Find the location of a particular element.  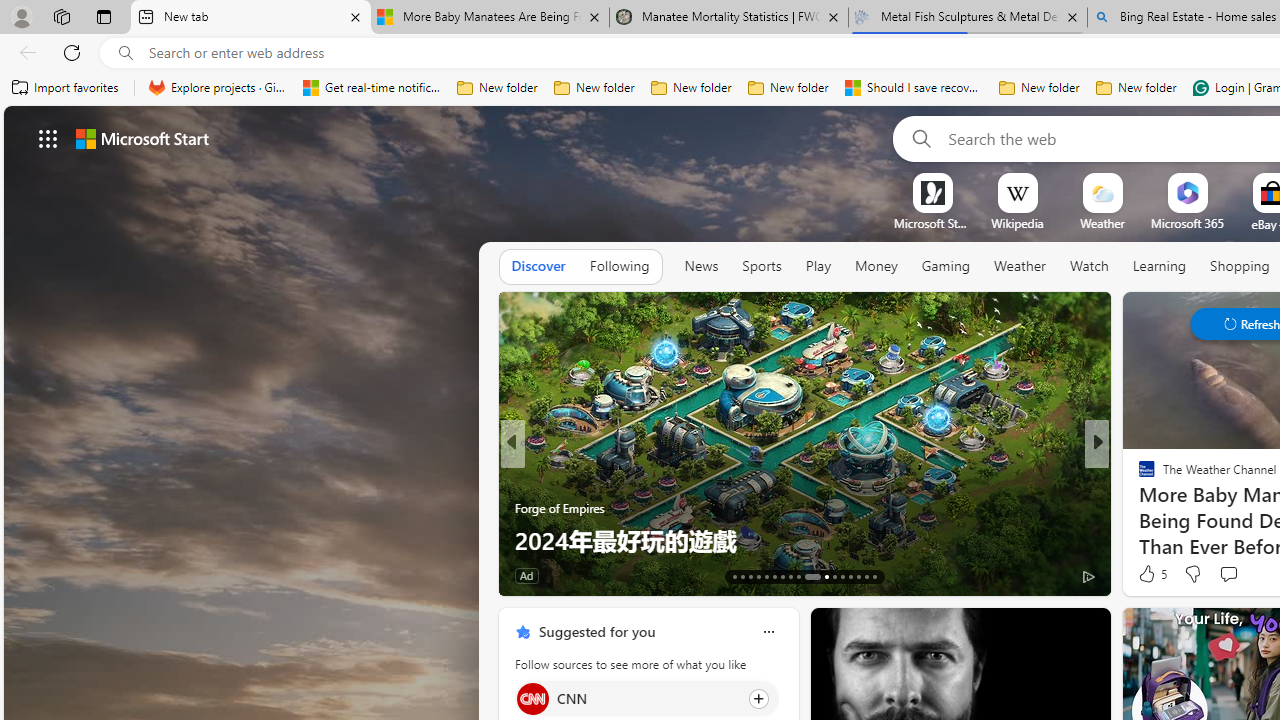

'Following' is located at coordinates (618, 265).